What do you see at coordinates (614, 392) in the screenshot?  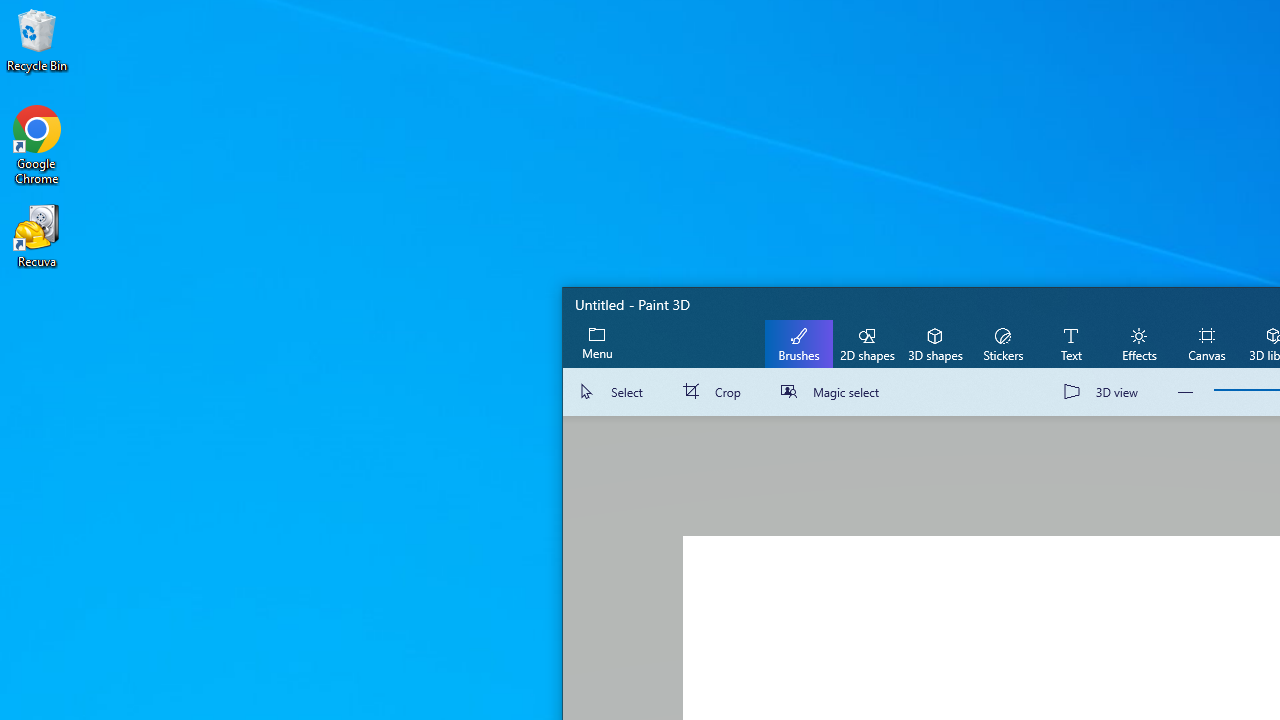 I see `'Select'` at bounding box center [614, 392].